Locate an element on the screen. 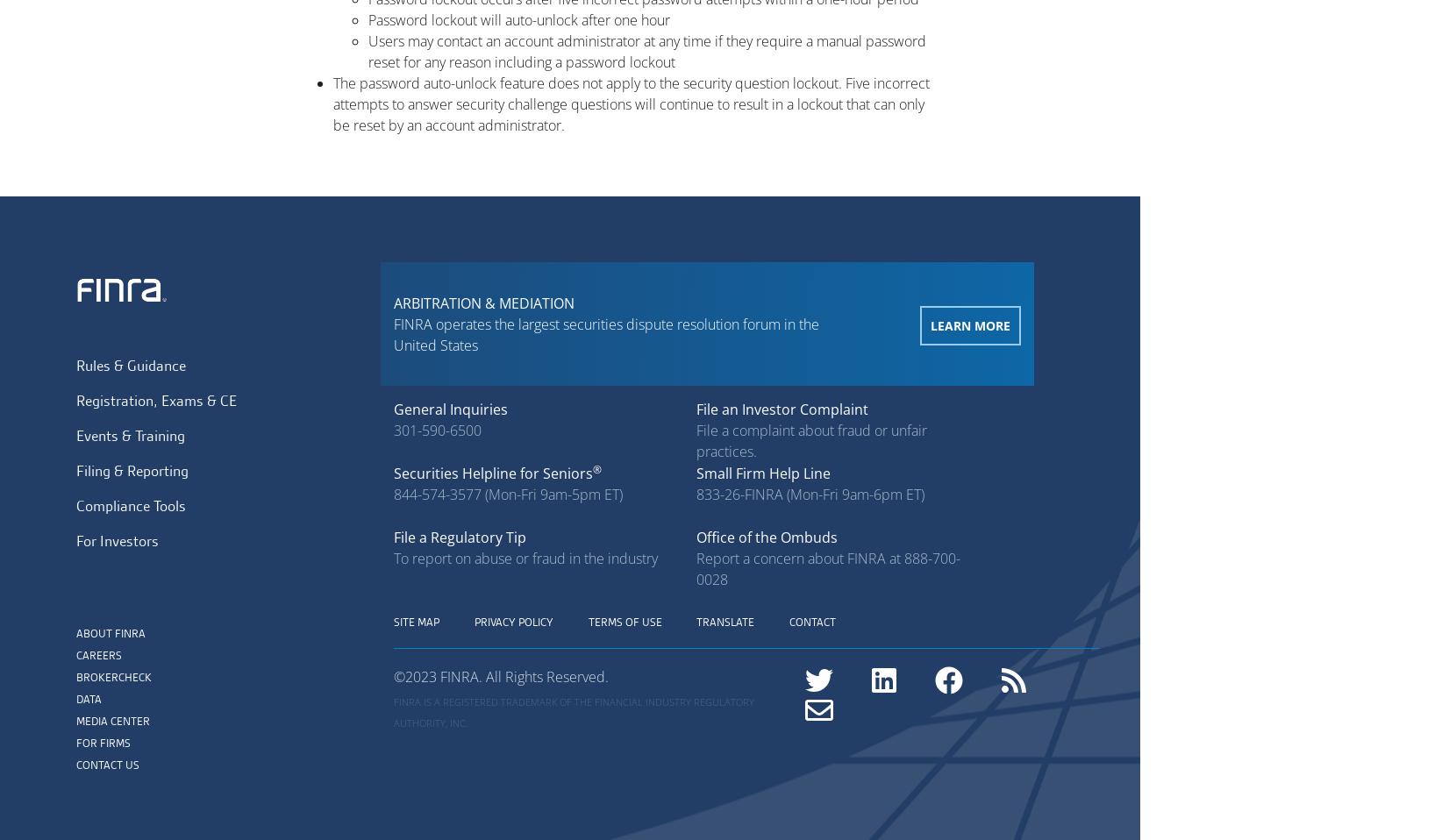 Image resolution: width=1449 pixels, height=840 pixels. 'Privacy Policy' is located at coordinates (474, 621).